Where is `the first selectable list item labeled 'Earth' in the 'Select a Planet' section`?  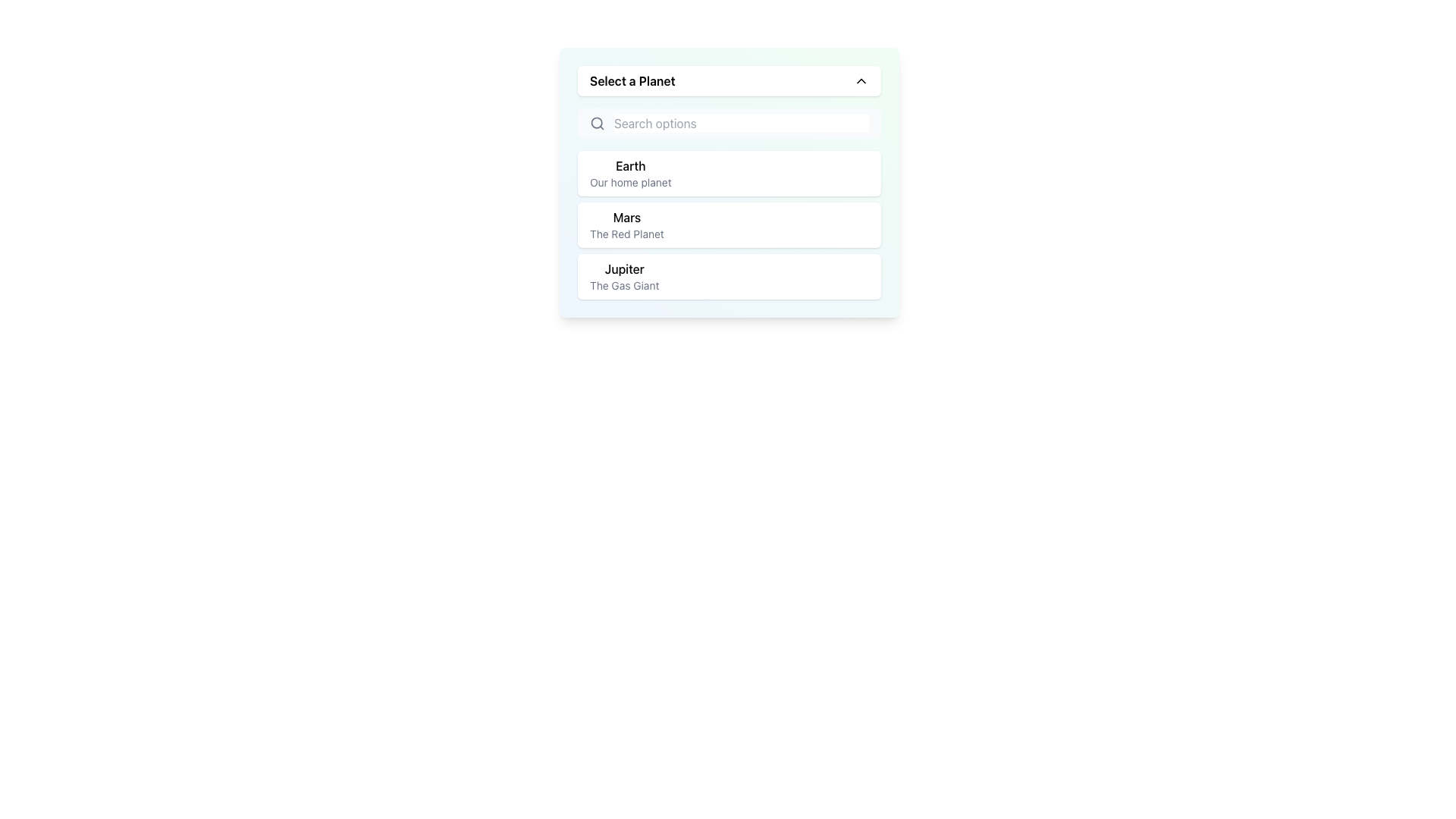
the first selectable list item labeled 'Earth' in the 'Select a Planet' section is located at coordinates (729, 181).